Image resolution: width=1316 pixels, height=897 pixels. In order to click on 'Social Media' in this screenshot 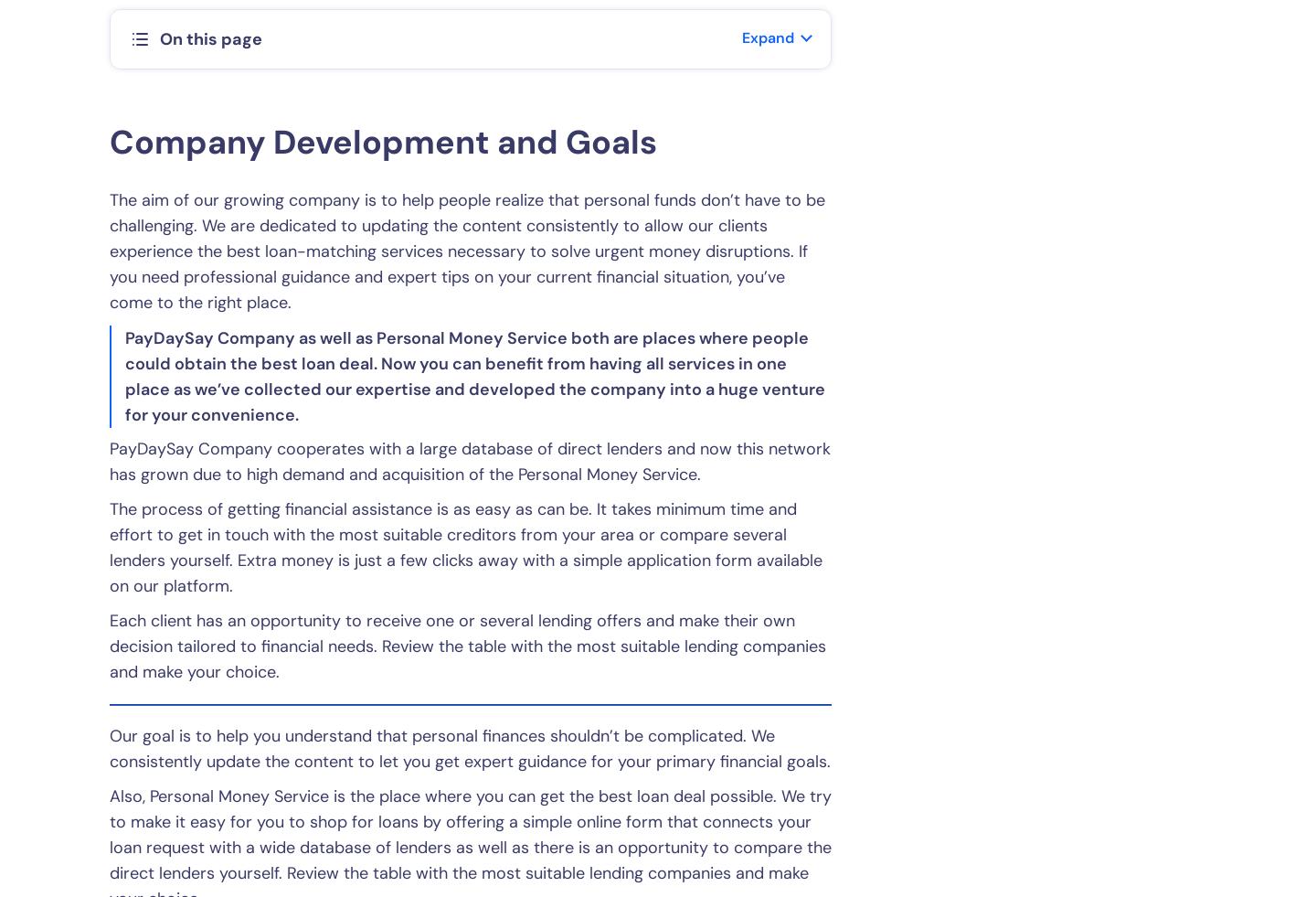, I will do `click(772, 390)`.